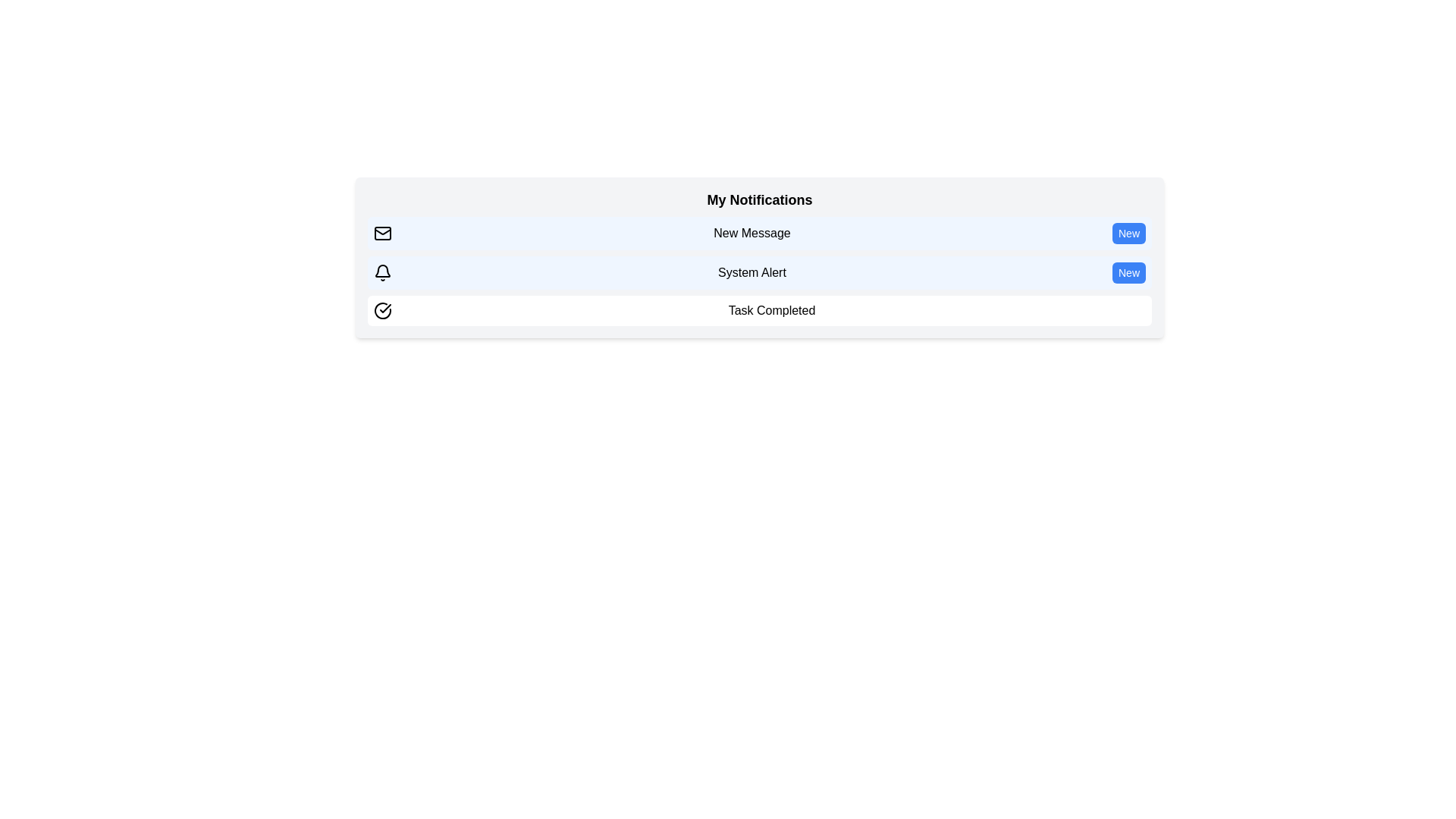 The image size is (1456, 819). Describe the element at coordinates (752, 234) in the screenshot. I see `the 'New Message' label in the second row of the notification list, which provides information about the type of notification` at that location.